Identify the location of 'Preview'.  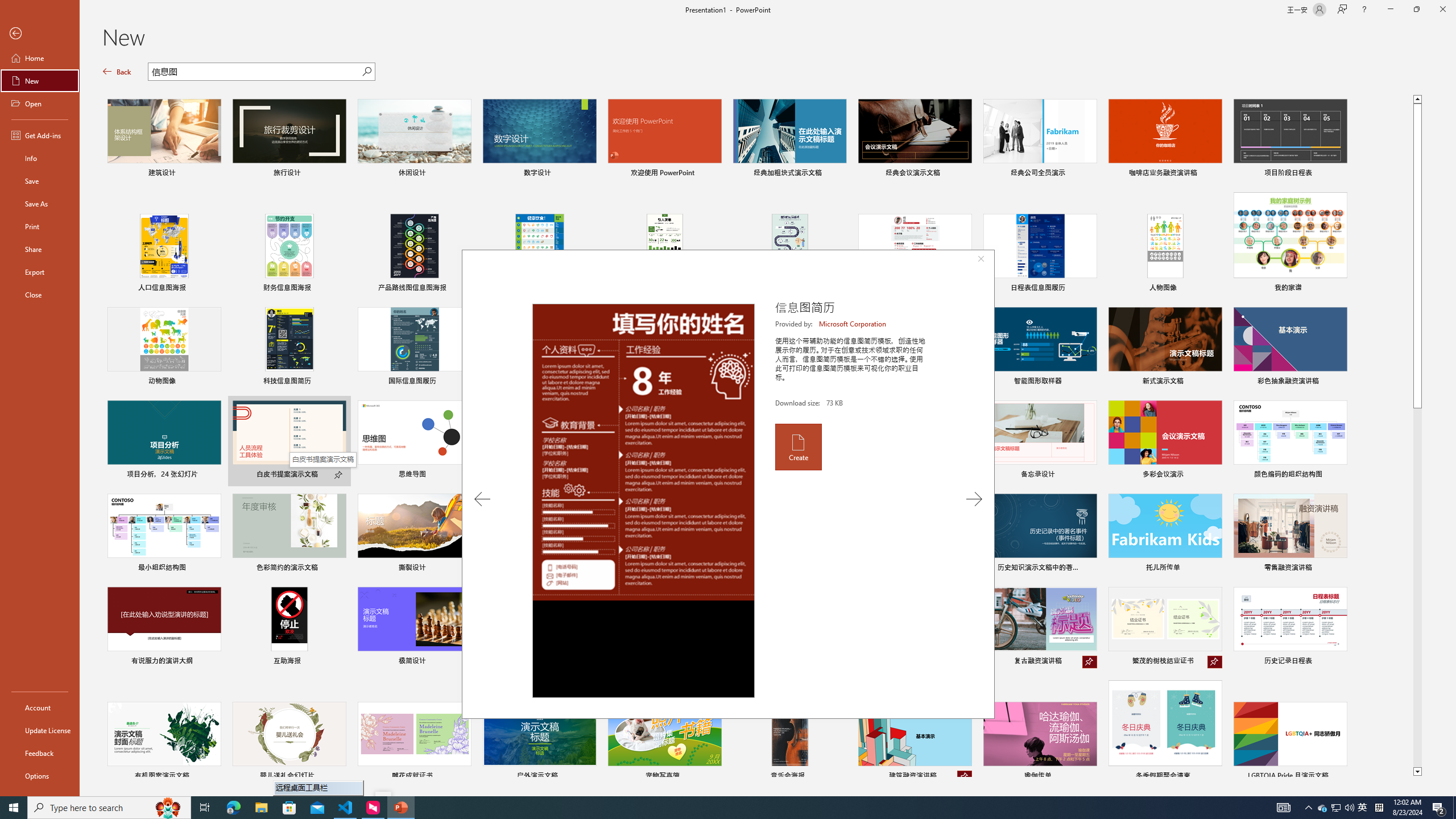
(643, 500).